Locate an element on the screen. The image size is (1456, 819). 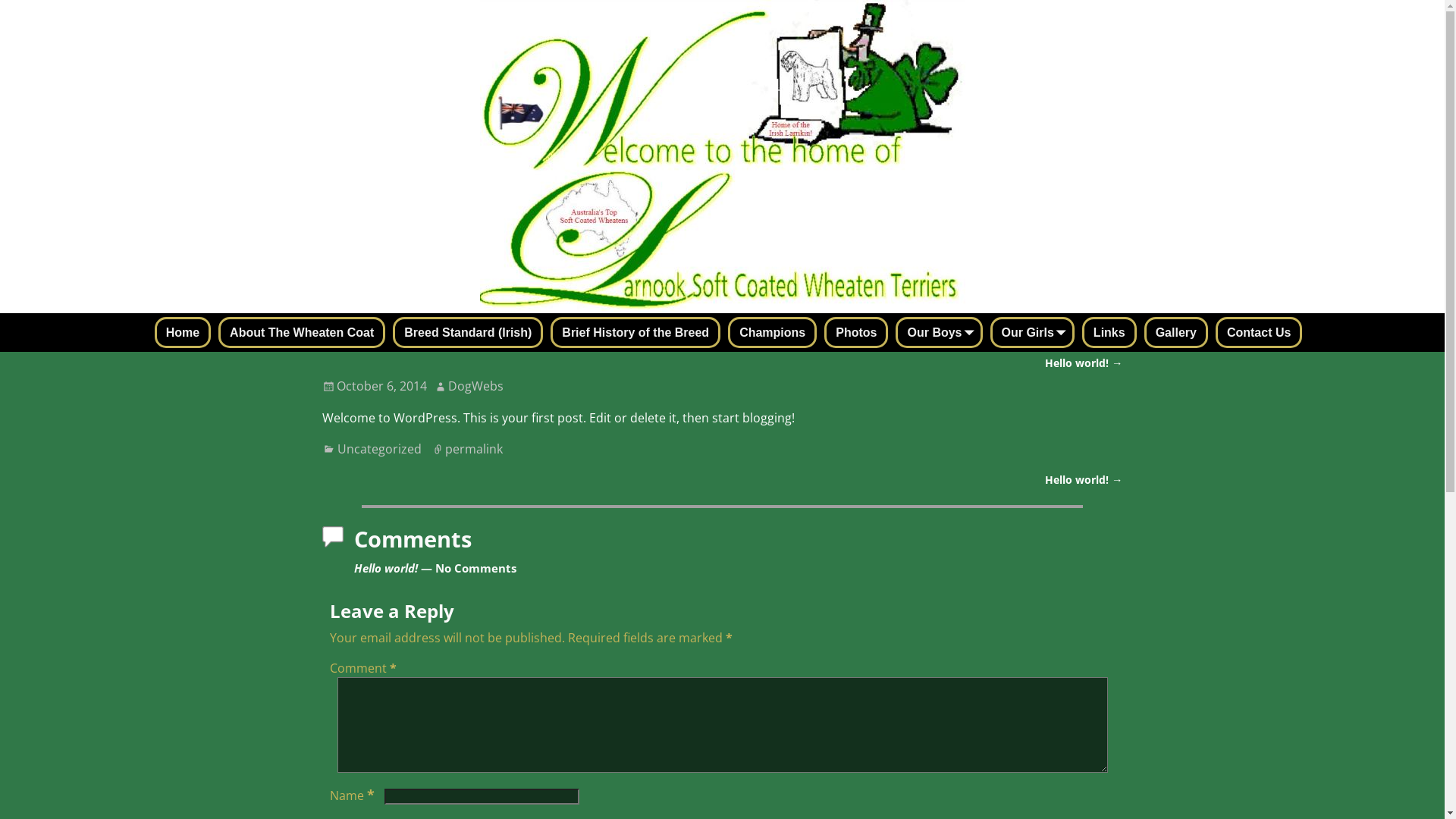
'Uncategorized' is located at coordinates (379, 447).